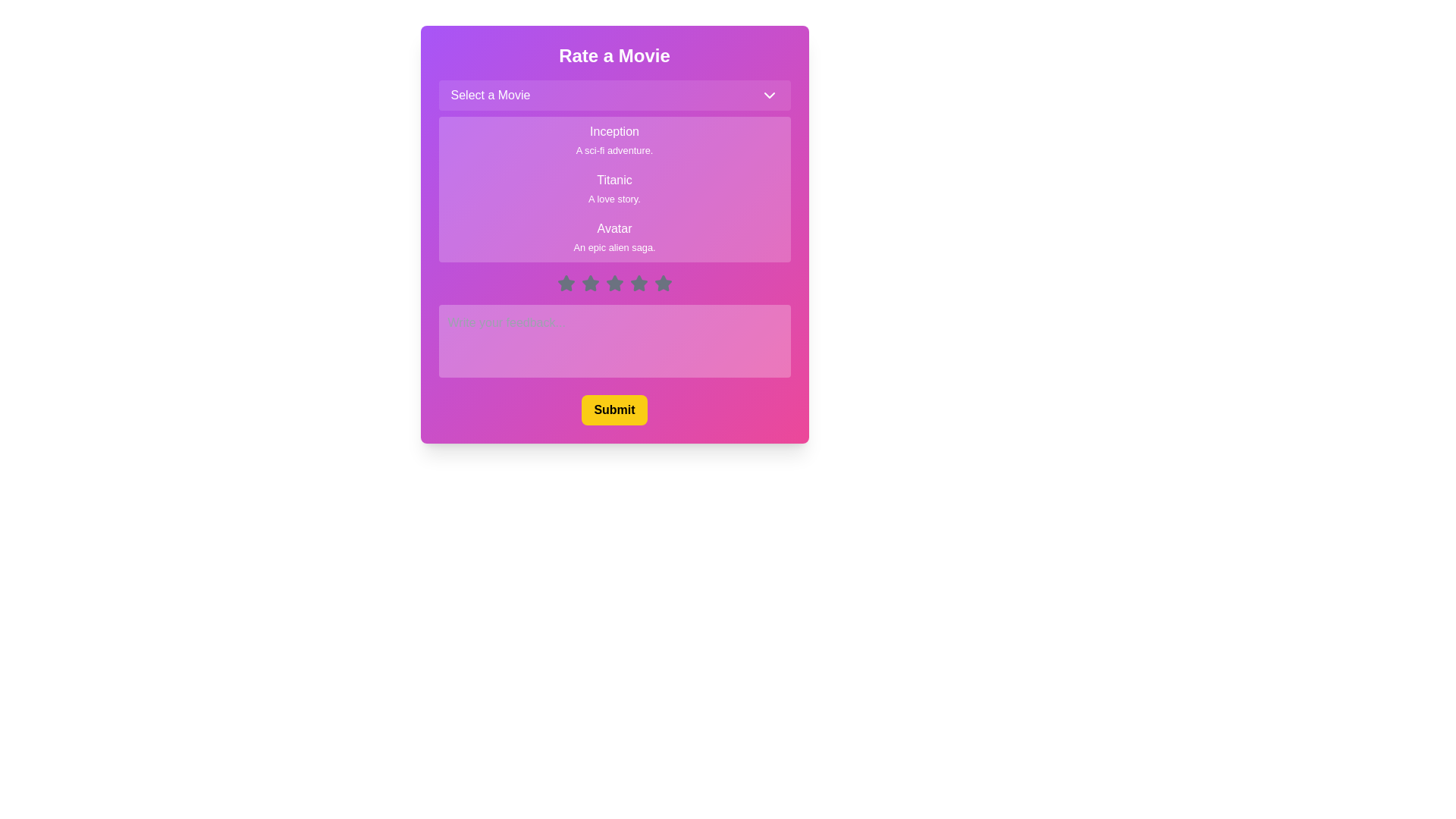 The image size is (1456, 819). What do you see at coordinates (663, 283) in the screenshot?
I see `the fifth rating star icon, which is the rightmost star in a horizontal row of five stars` at bounding box center [663, 283].